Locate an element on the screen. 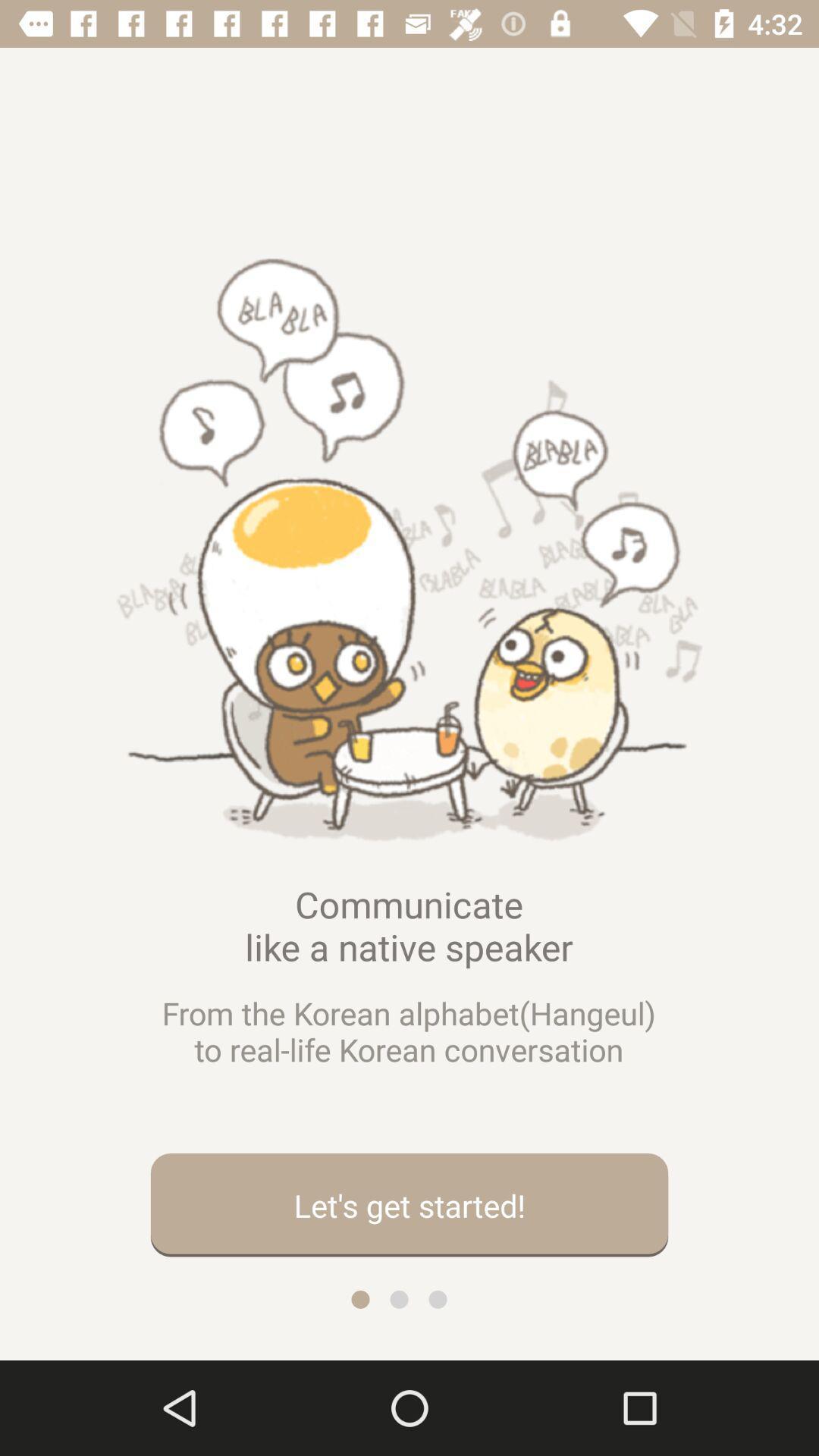 The image size is (819, 1456). icon below the from the korean app is located at coordinates (409, 1204).